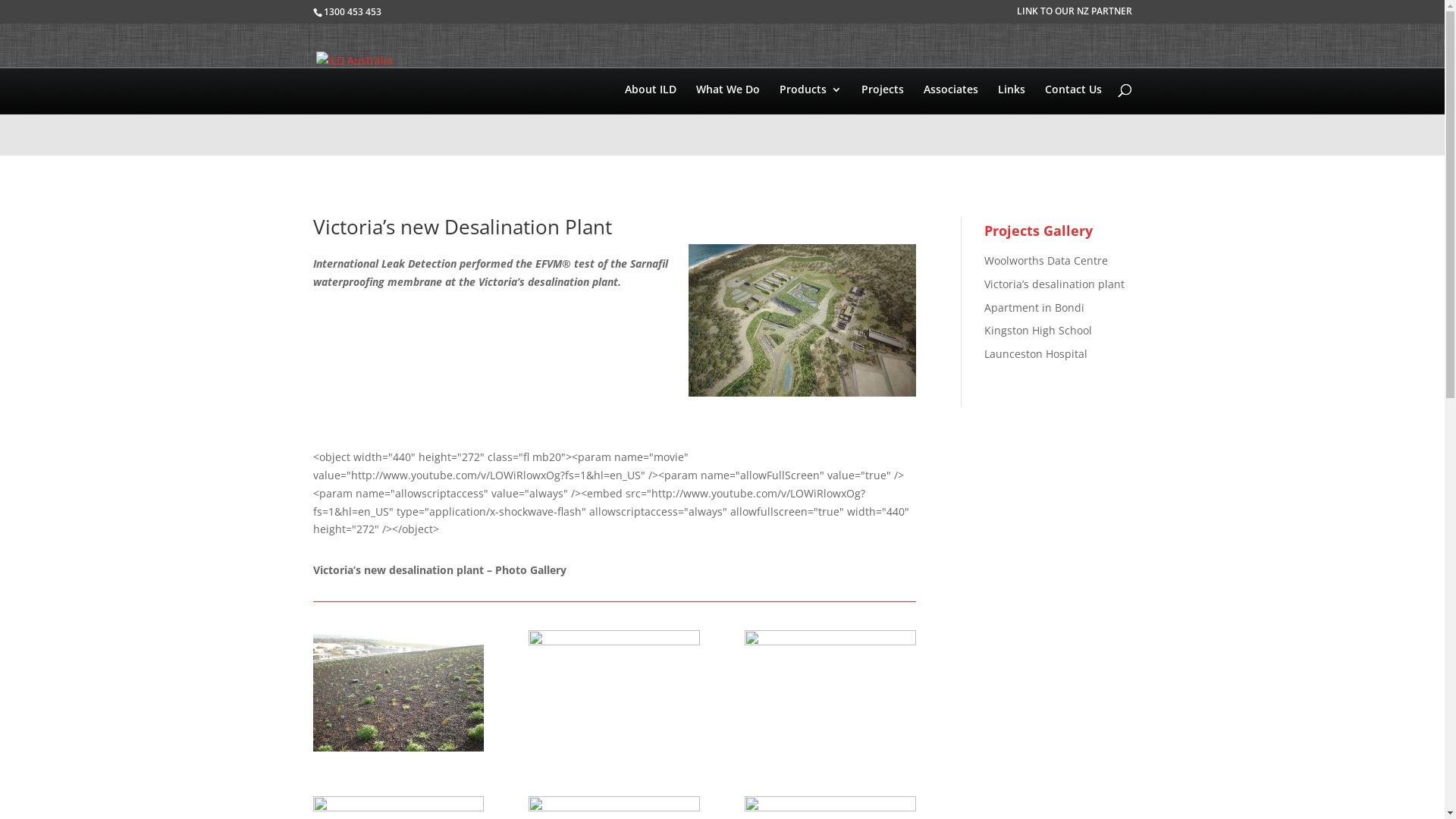 This screenshot has height=819, width=1456. Describe the element at coordinates (923, 119) in the screenshot. I see `'Associates'` at that location.